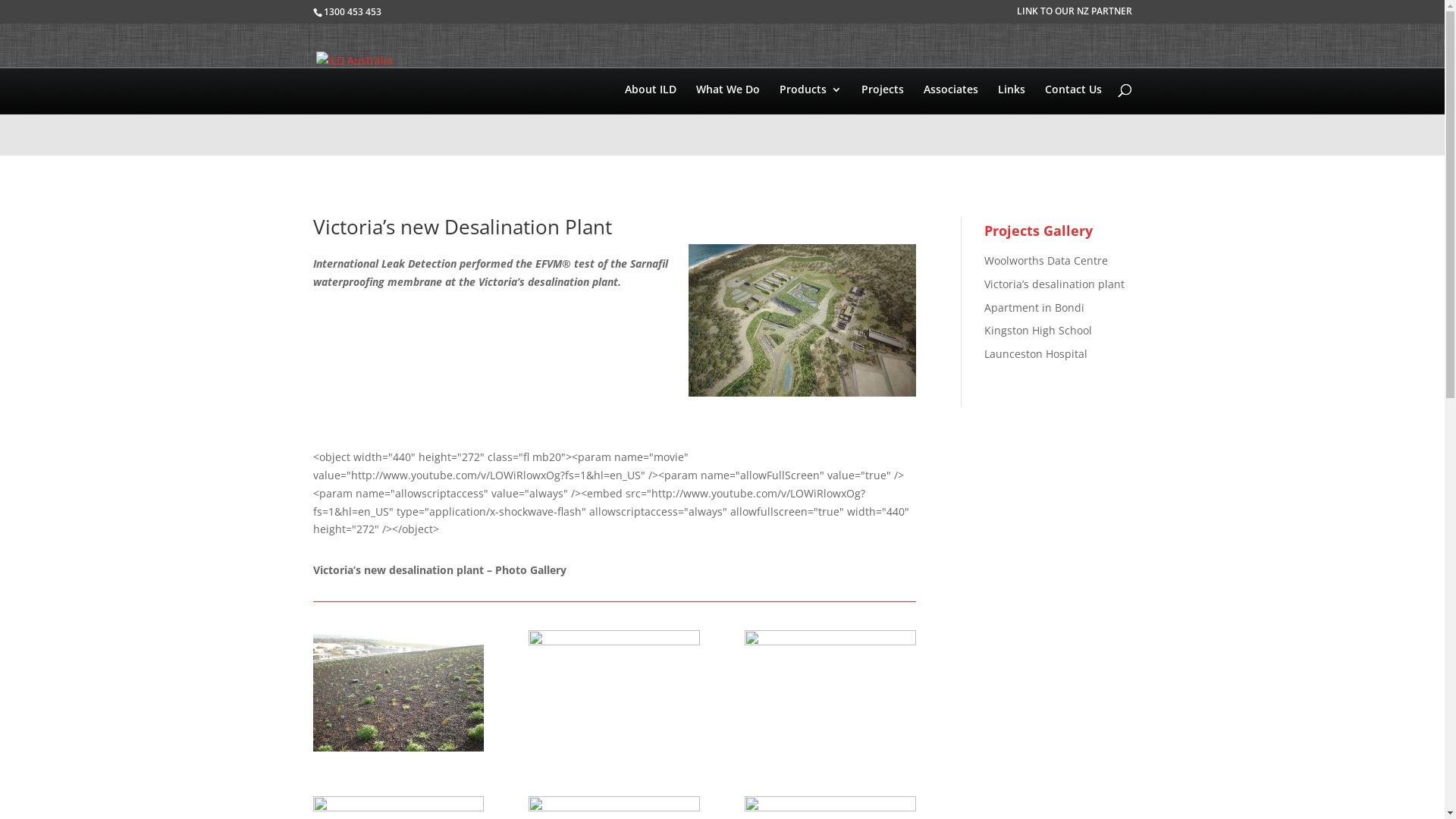 This screenshot has height=819, width=1456. Describe the element at coordinates (923, 119) in the screenshot. I see `'Associates'` at that location.